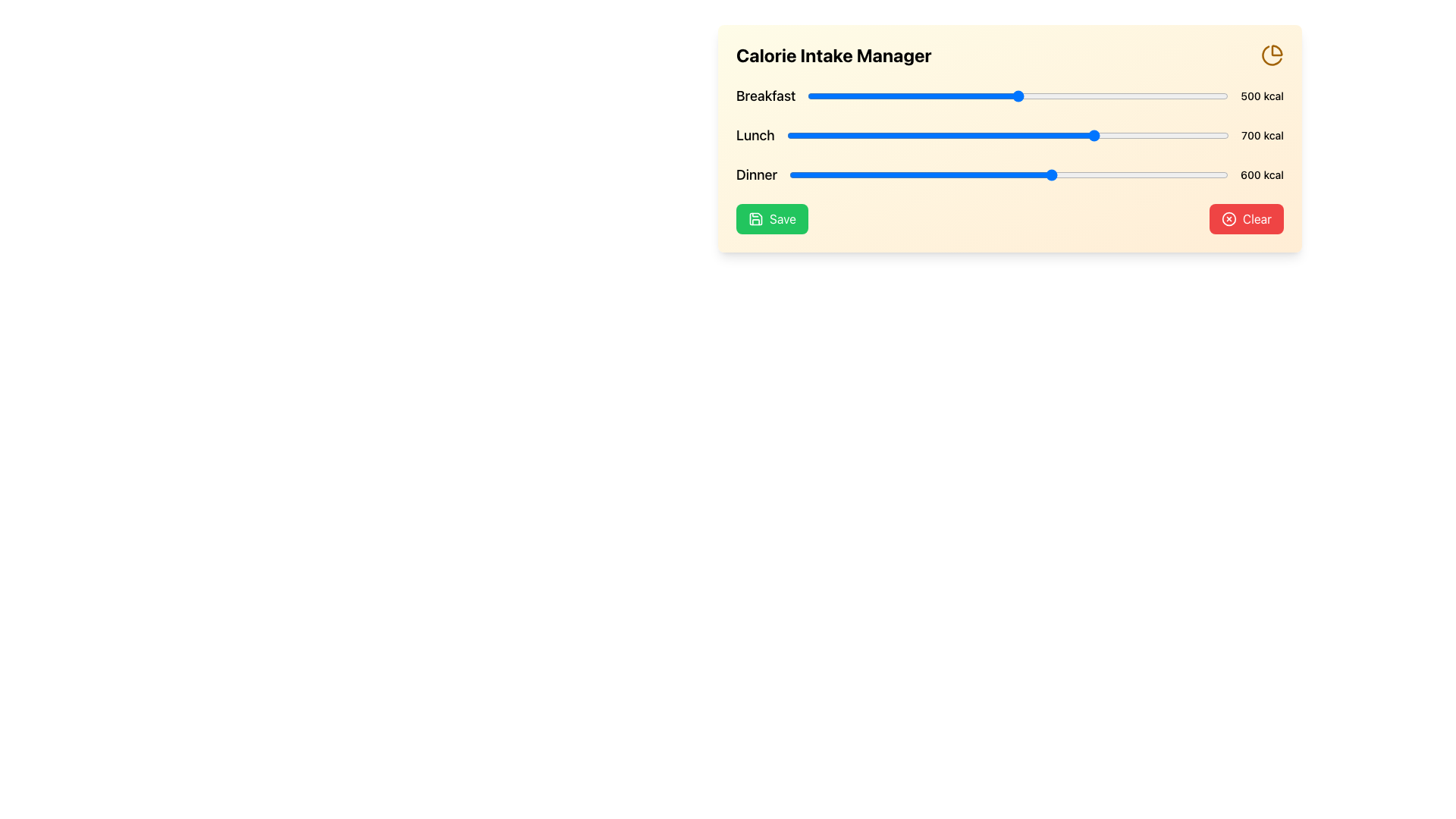  I want to click on the red 'Clear' button with rounded corners, labeled in white text, featuring an 'X' icon, to observe the hover effects, so click(1246, 219).